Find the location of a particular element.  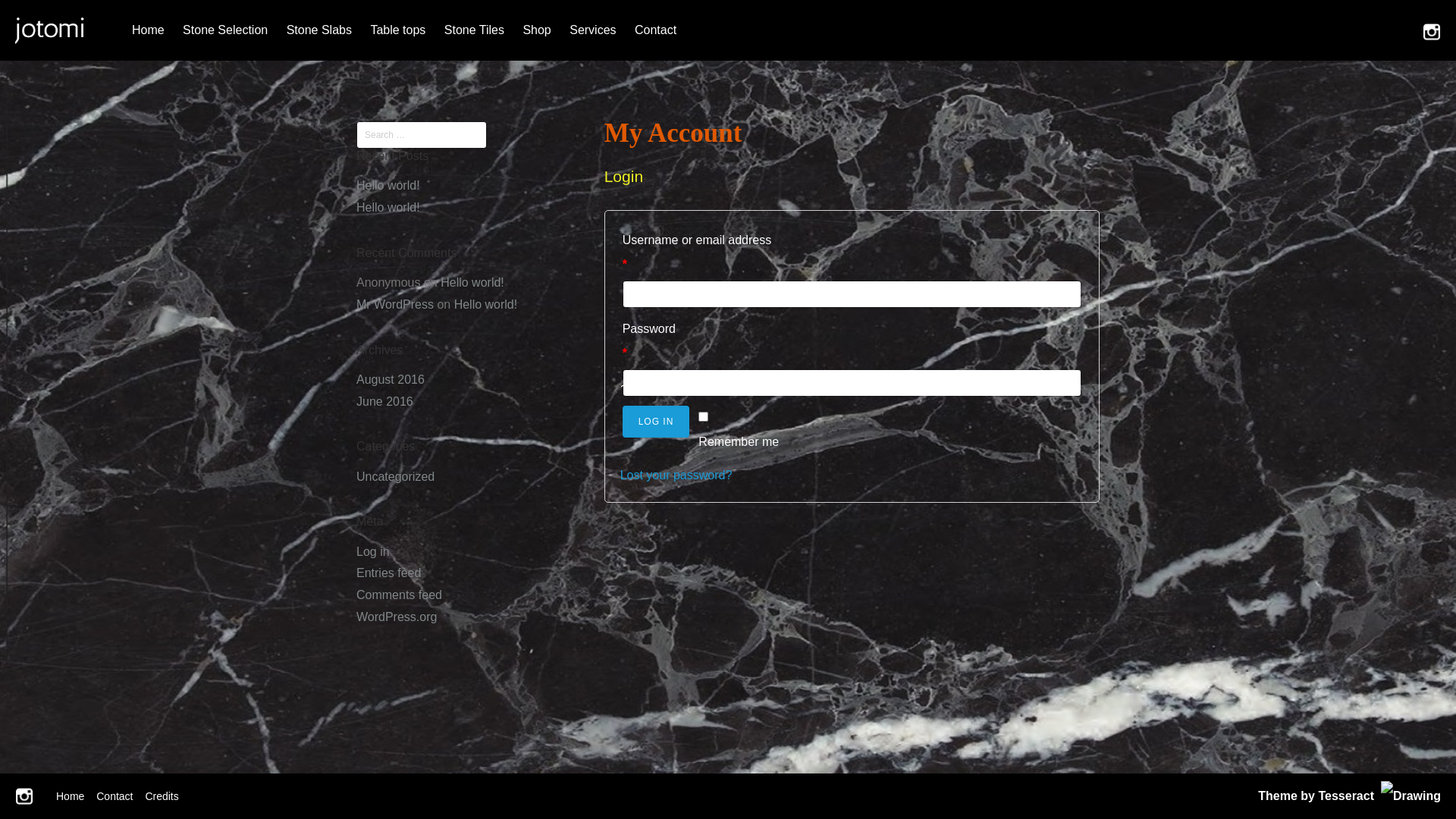

'Search for:' is located at coordinates (422, 133).